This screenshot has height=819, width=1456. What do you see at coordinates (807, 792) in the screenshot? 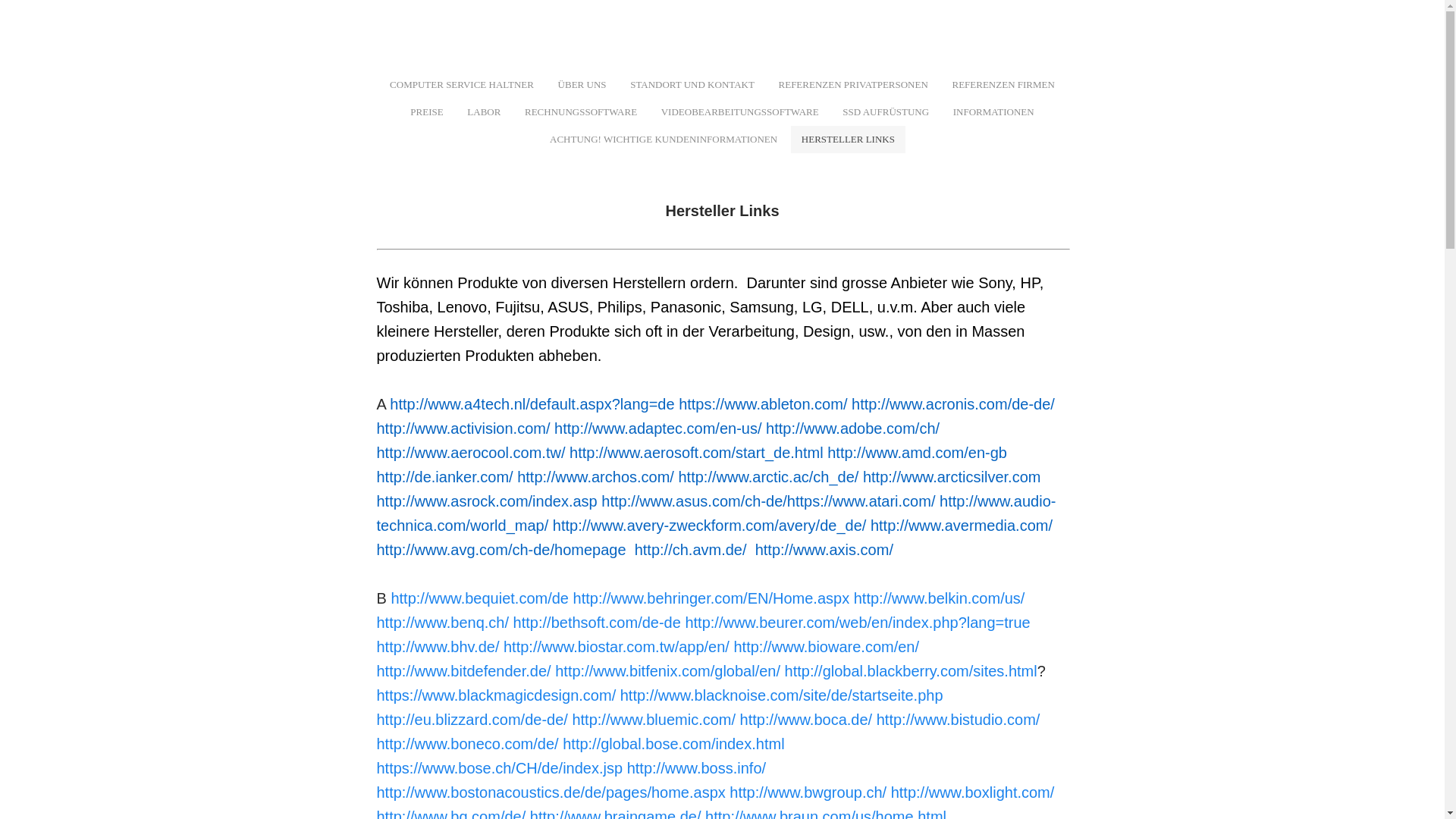
I see `'http://www.bwgroup.ch/'` at bounding box center [807, 792].